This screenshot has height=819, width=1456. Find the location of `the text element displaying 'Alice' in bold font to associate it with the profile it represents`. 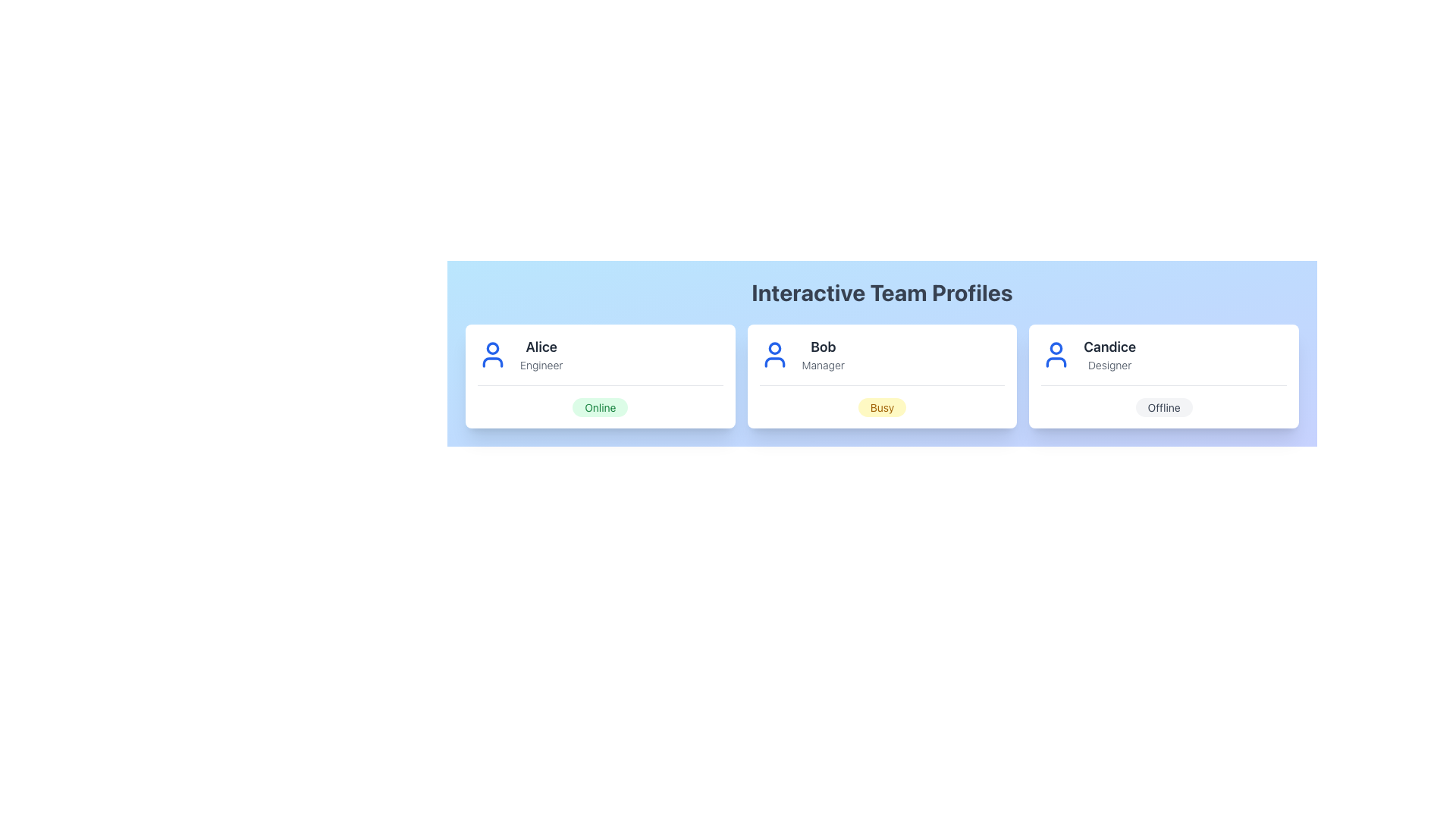

the text element displaying 'Alice' in bold font to associate it with the profile it represents is located at coordinates (541, 354).